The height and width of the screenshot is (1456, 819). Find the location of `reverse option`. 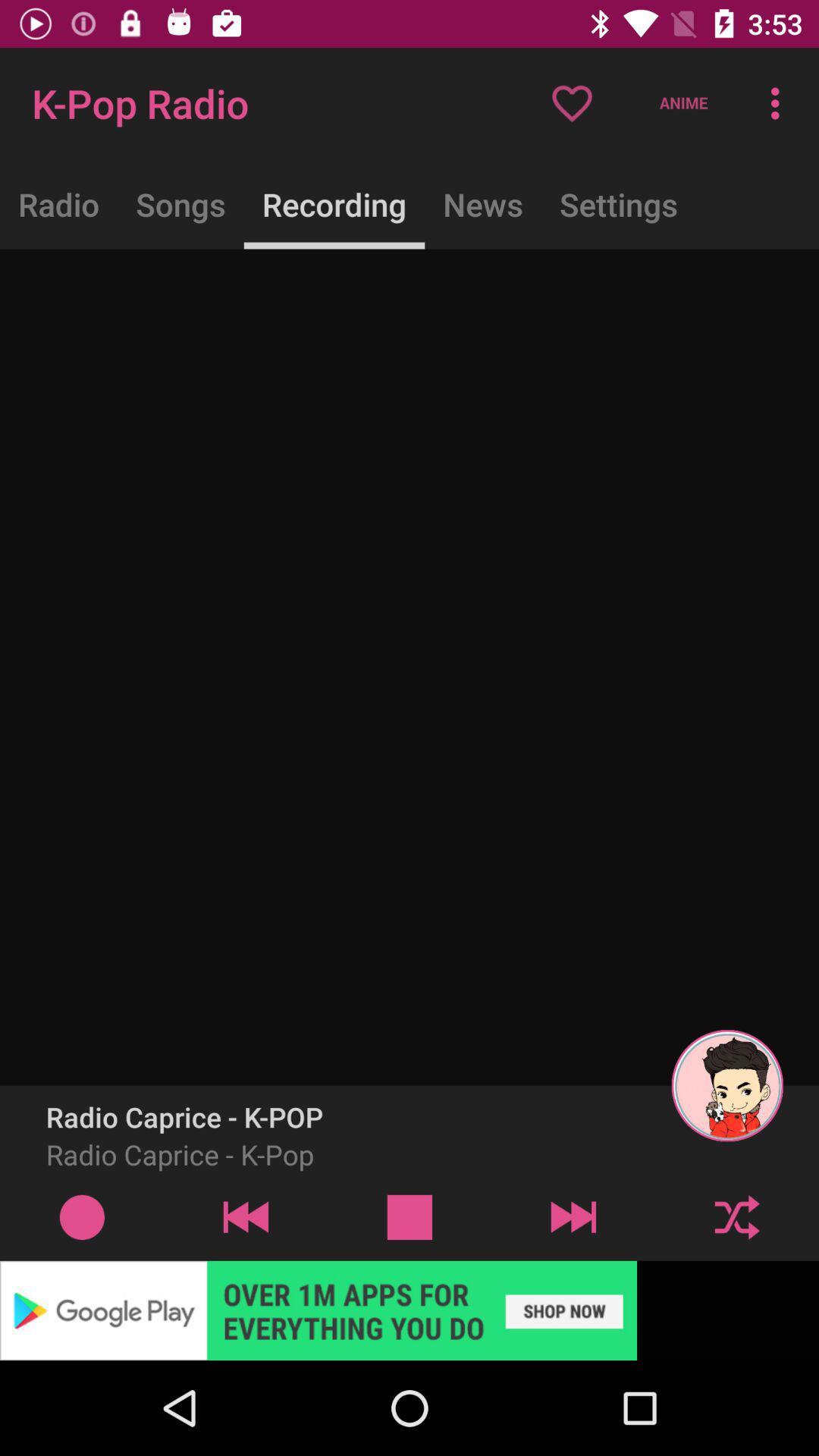

reverse option is located at coordinates (245, 1216).